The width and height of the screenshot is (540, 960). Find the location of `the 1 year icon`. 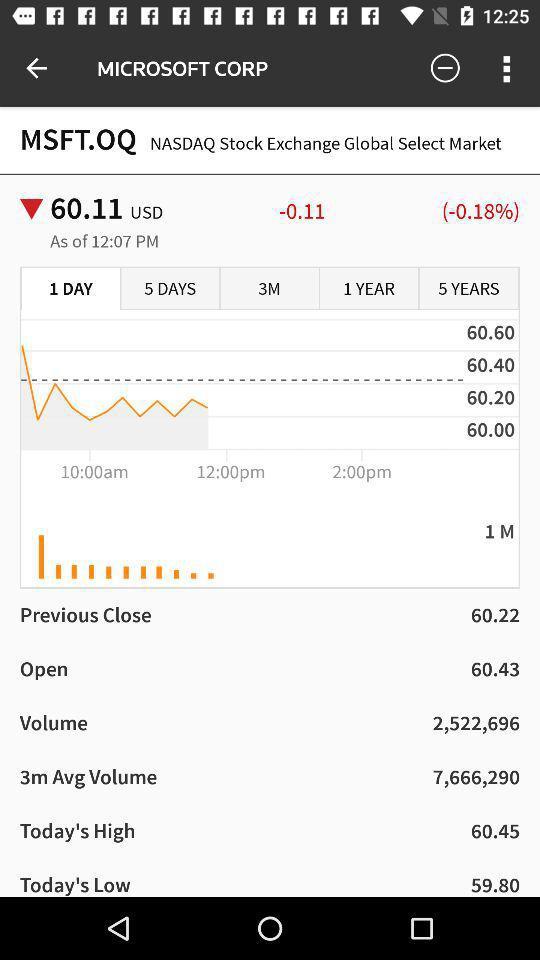

the 1 year icon is located at coordinates (368, 288).